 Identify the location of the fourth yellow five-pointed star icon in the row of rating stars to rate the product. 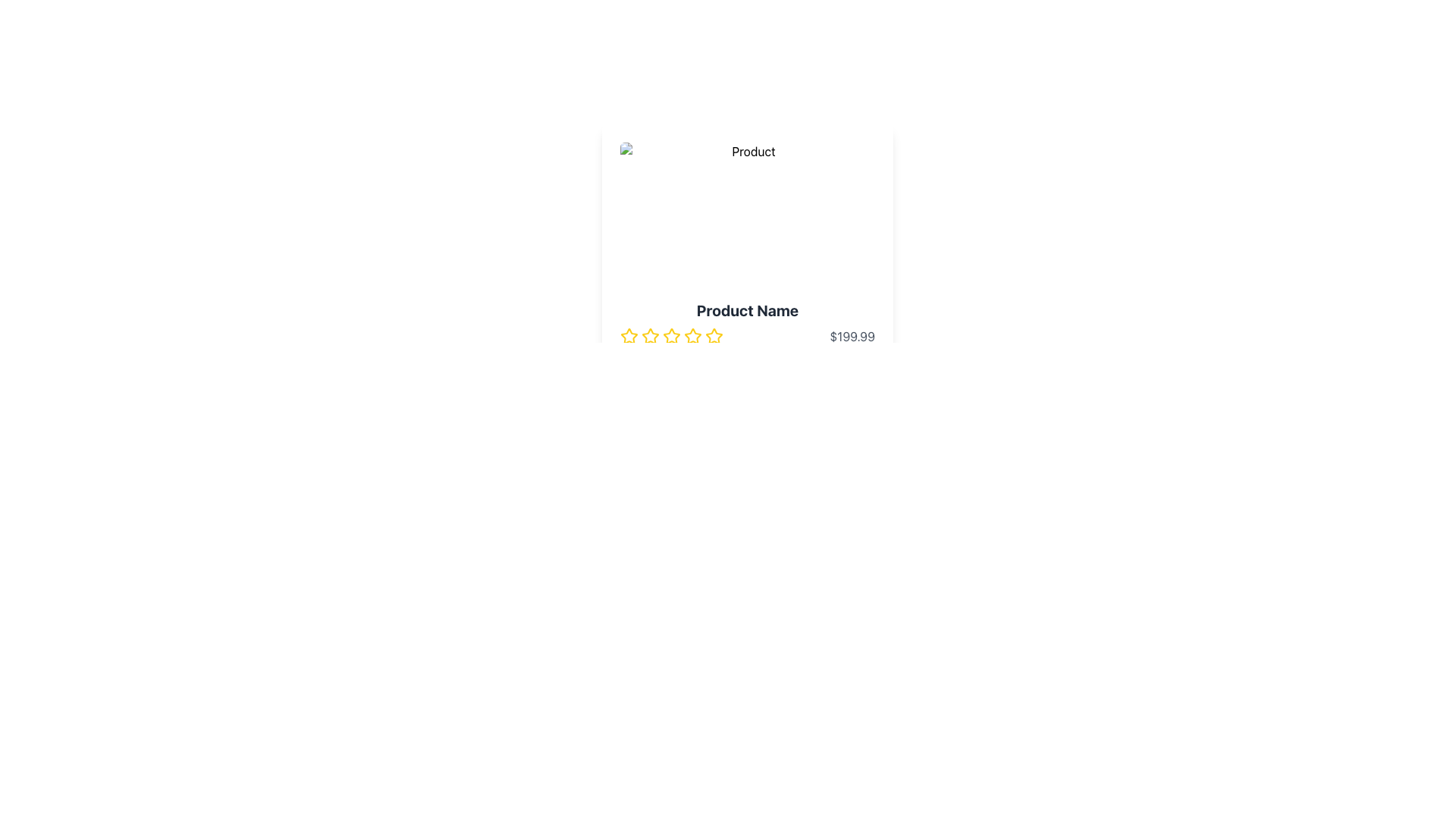
(671, 335).